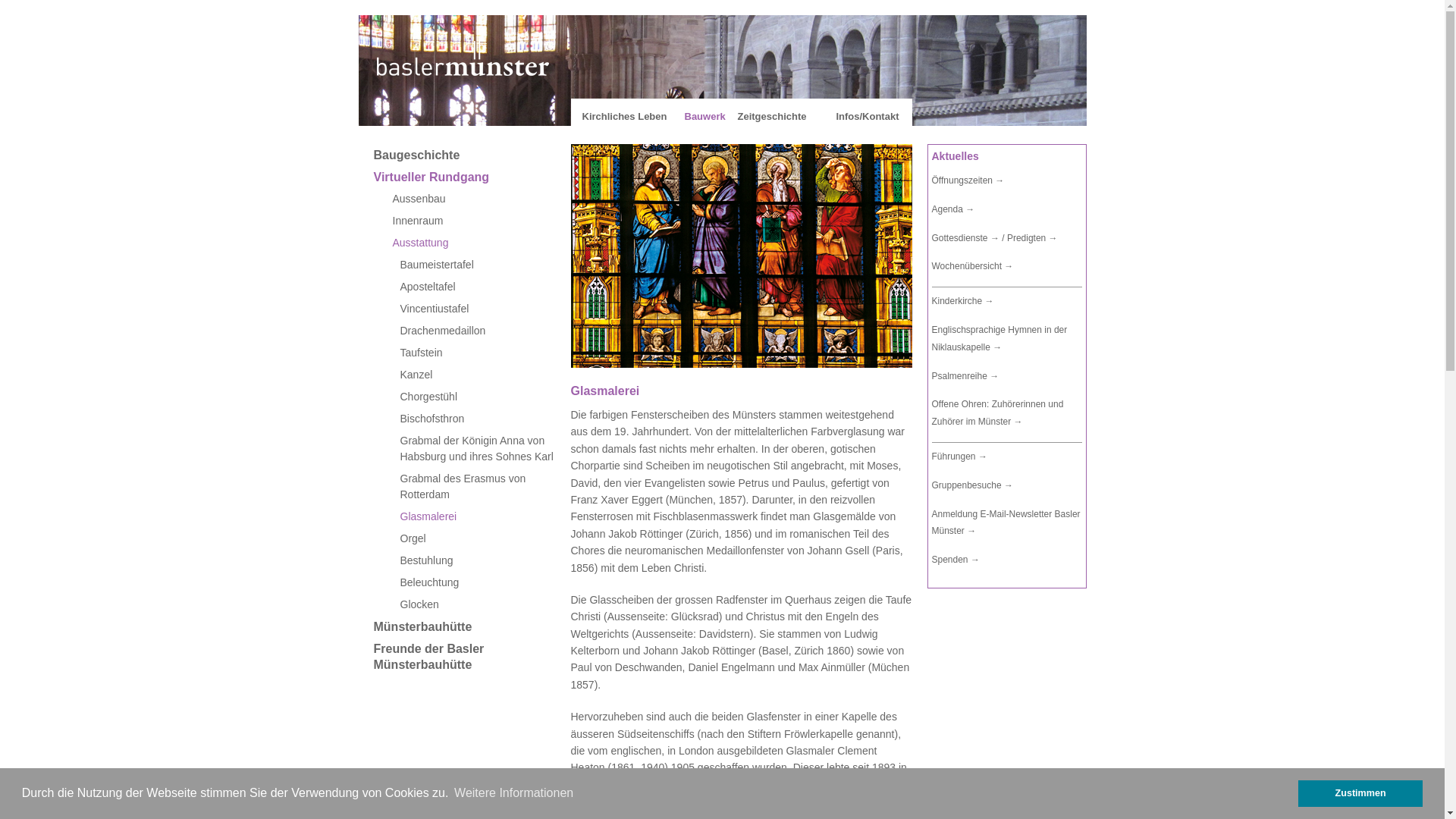  What do you see at coordinates (475, 353) in the screenshot?
I see `'Taufstein'` at bounding box center [475, 353].